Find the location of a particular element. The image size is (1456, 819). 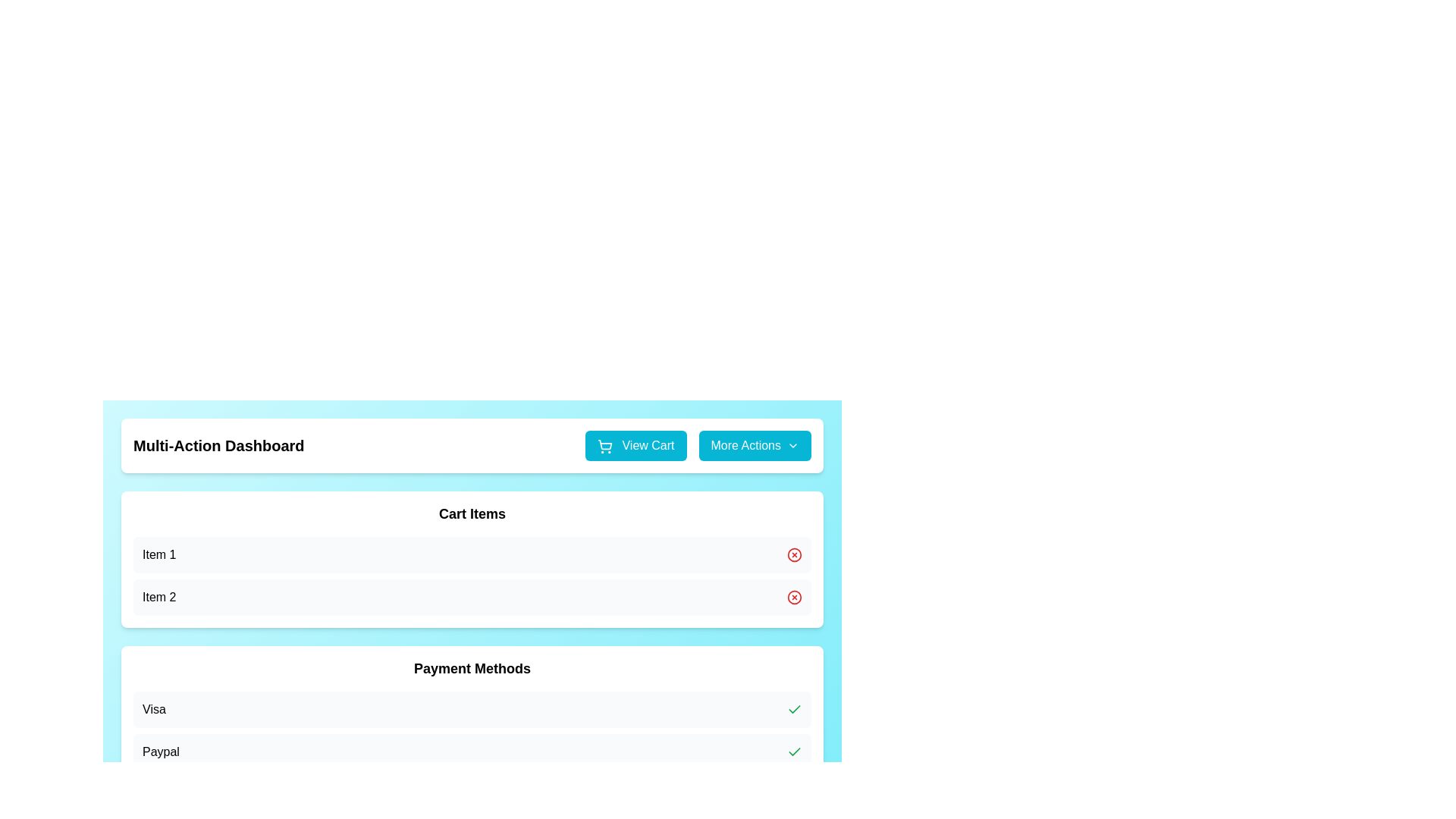

the 'Paypal' payment method SVG icon is located at coordinates (793, 752).